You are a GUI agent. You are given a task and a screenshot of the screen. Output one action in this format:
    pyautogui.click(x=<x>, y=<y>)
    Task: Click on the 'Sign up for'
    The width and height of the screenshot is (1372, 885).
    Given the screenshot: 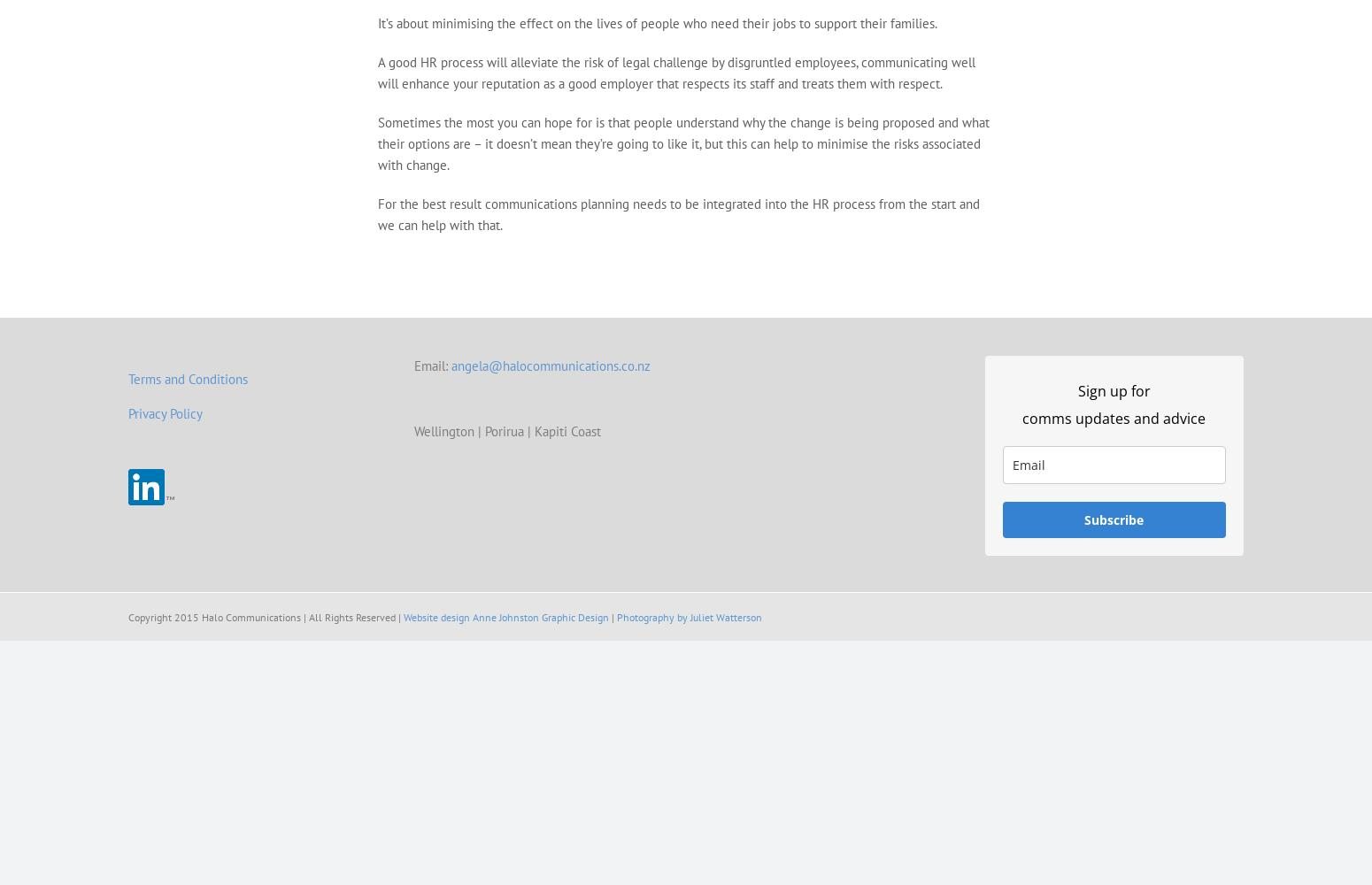 What is the action you would take?
    pyautogui.click(x=1112, y=390)
    